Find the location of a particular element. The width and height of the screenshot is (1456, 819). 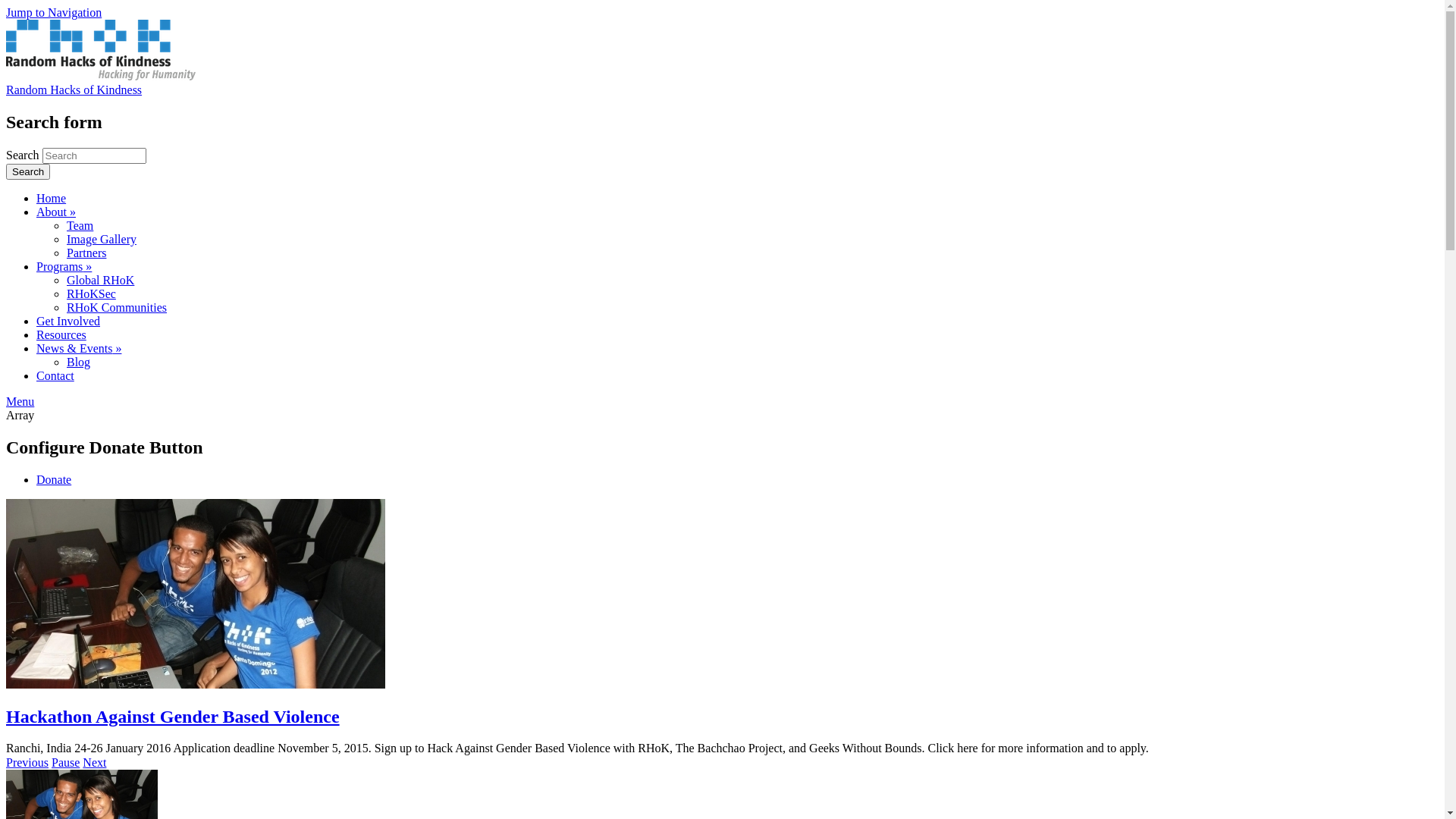

'RHoK Communities' is located at coordinates (115, 307).